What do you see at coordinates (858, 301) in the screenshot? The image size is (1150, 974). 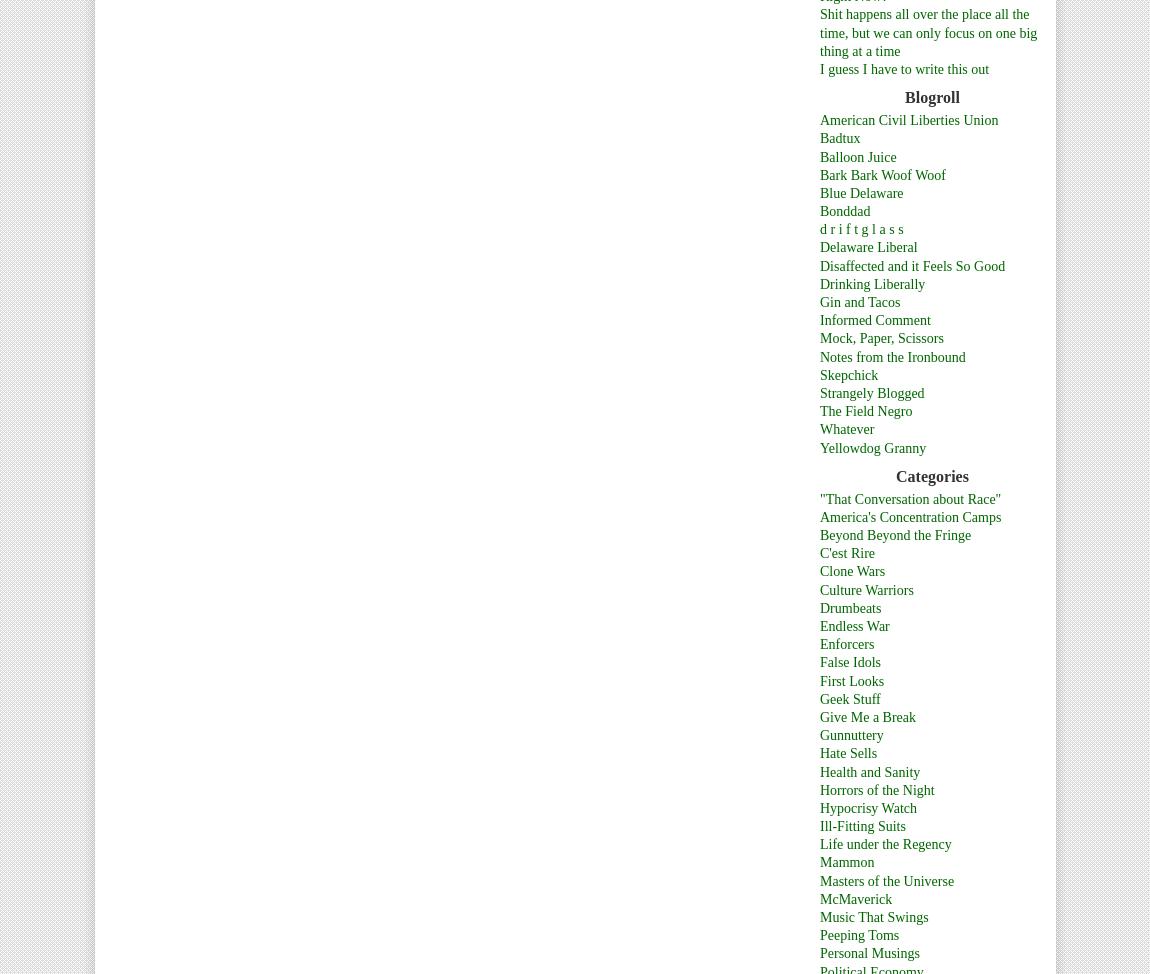 I see `'Gin and Tacos'` at bounding box center [858, 301].